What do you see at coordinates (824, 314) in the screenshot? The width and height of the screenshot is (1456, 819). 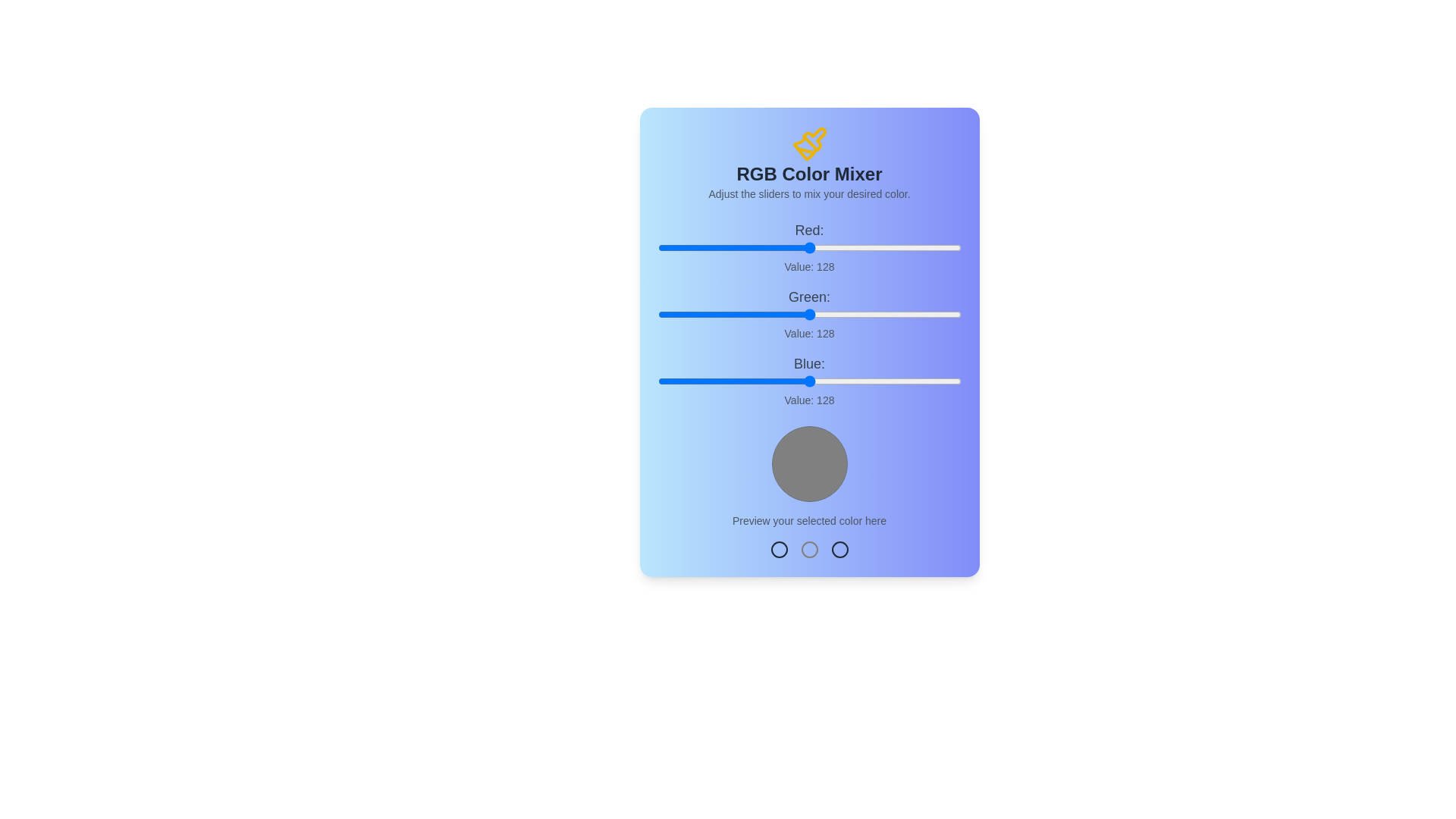 I see `the green slider to set the green value to 140` at bounding box center [824, 314].